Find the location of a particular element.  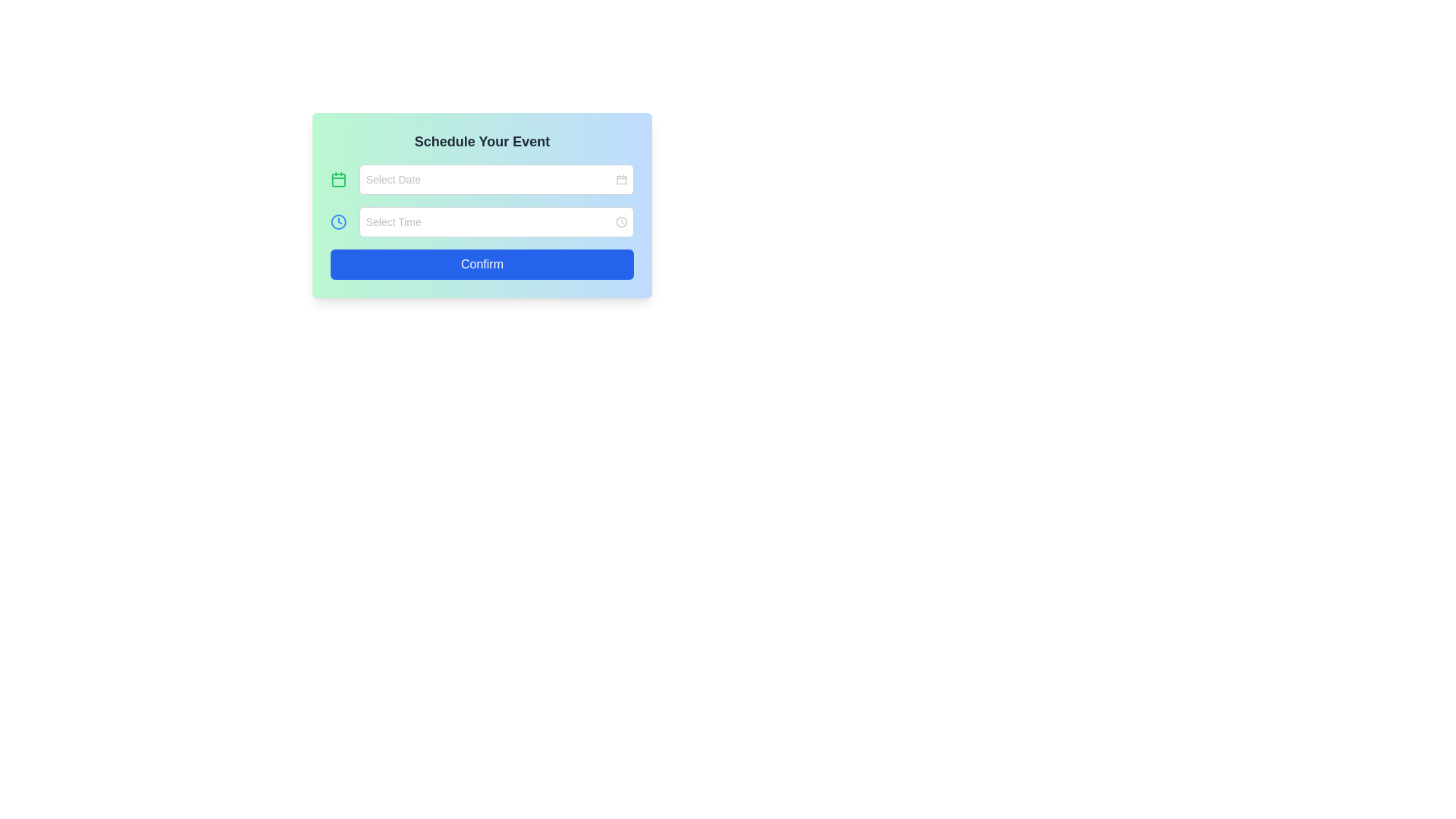

the date input field in the date and time picker section of the 'Schedule Your Event' card is located at coordinates (481, 200).